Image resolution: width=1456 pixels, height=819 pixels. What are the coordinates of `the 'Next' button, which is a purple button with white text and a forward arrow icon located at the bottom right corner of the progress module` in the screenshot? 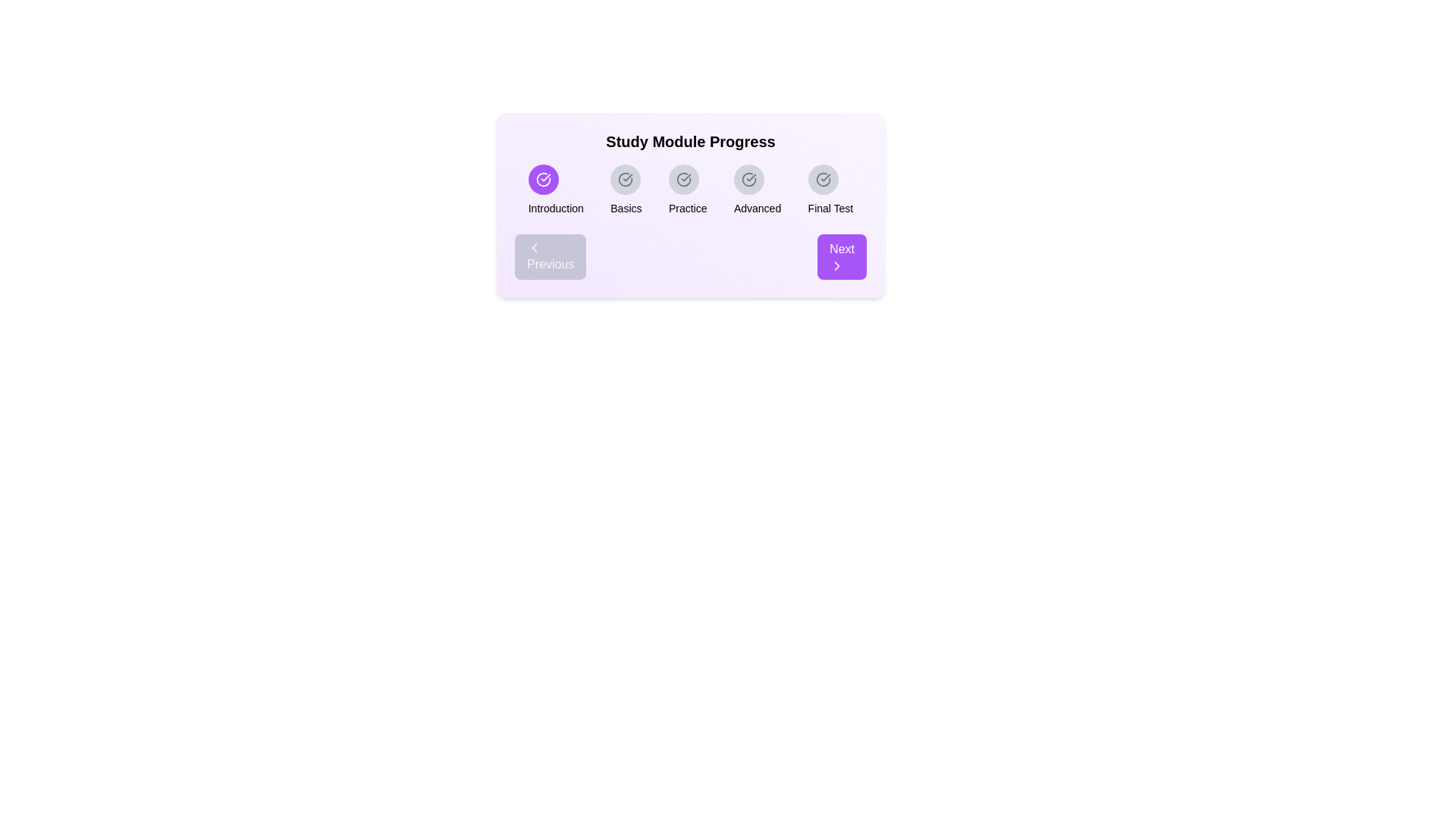 It's located at (841, 256).